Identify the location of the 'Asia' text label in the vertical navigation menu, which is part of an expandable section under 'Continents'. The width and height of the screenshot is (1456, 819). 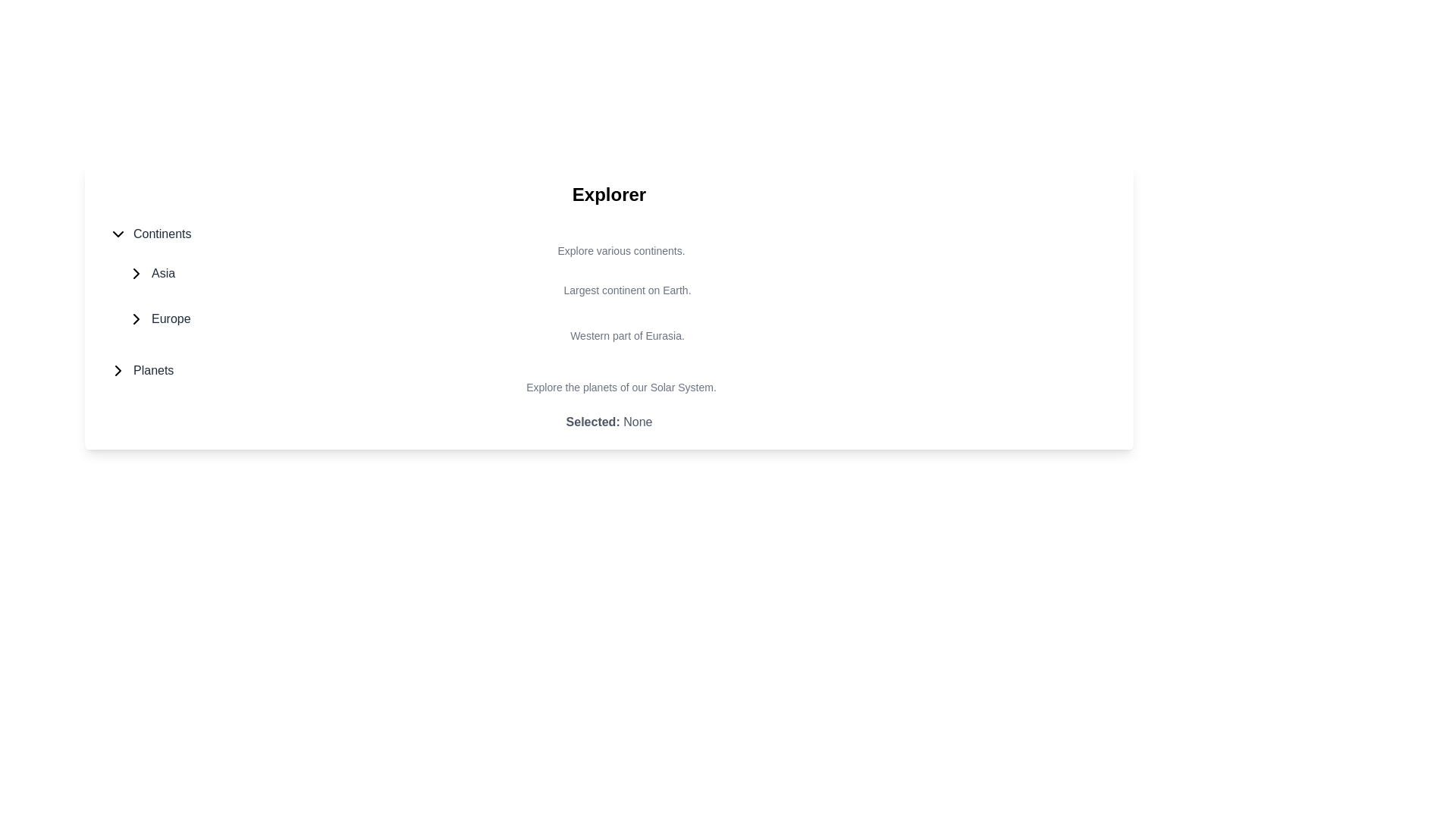
(163, 274).